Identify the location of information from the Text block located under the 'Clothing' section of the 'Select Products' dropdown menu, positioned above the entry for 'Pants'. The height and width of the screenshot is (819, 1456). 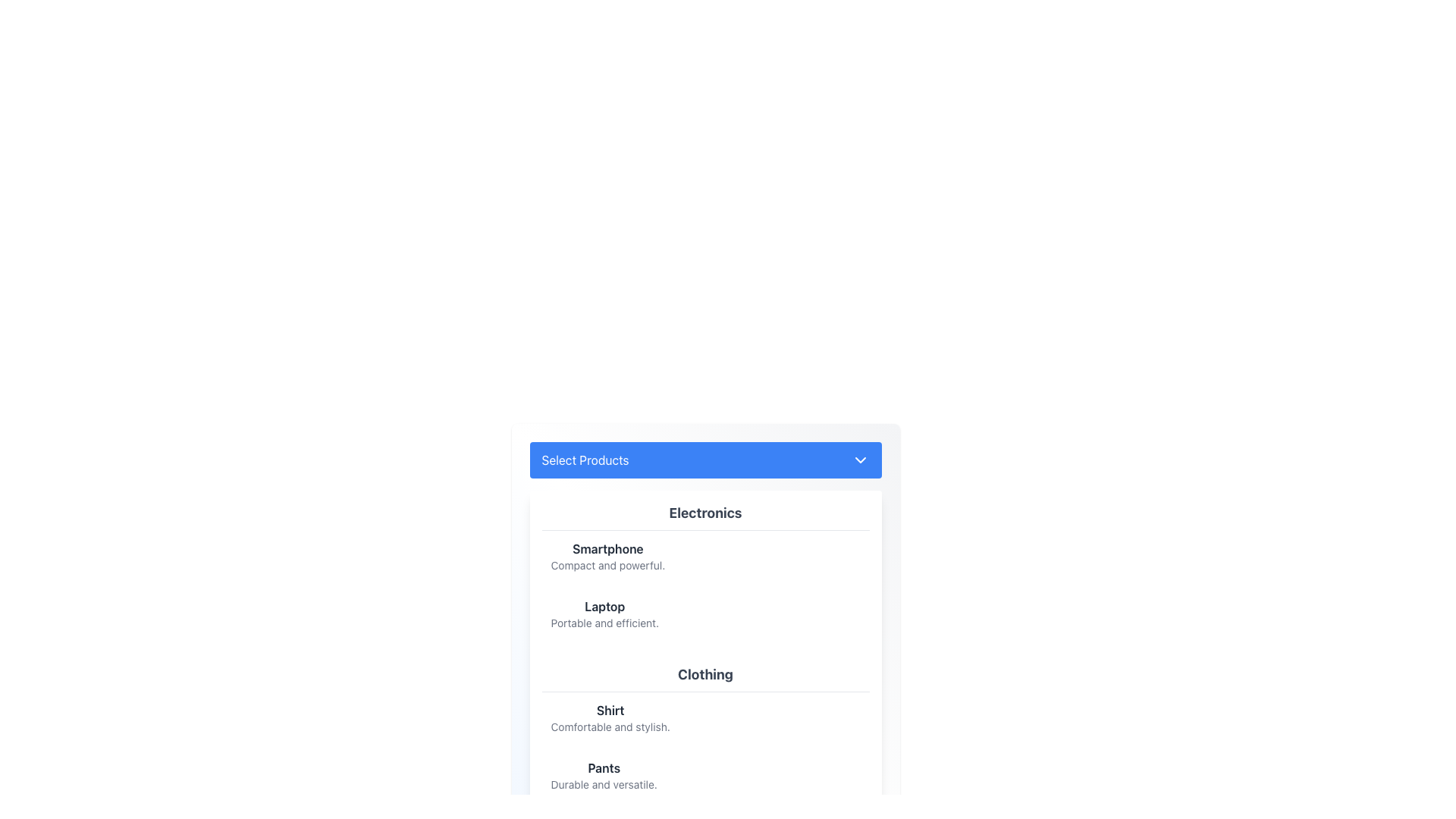
(610, 717).